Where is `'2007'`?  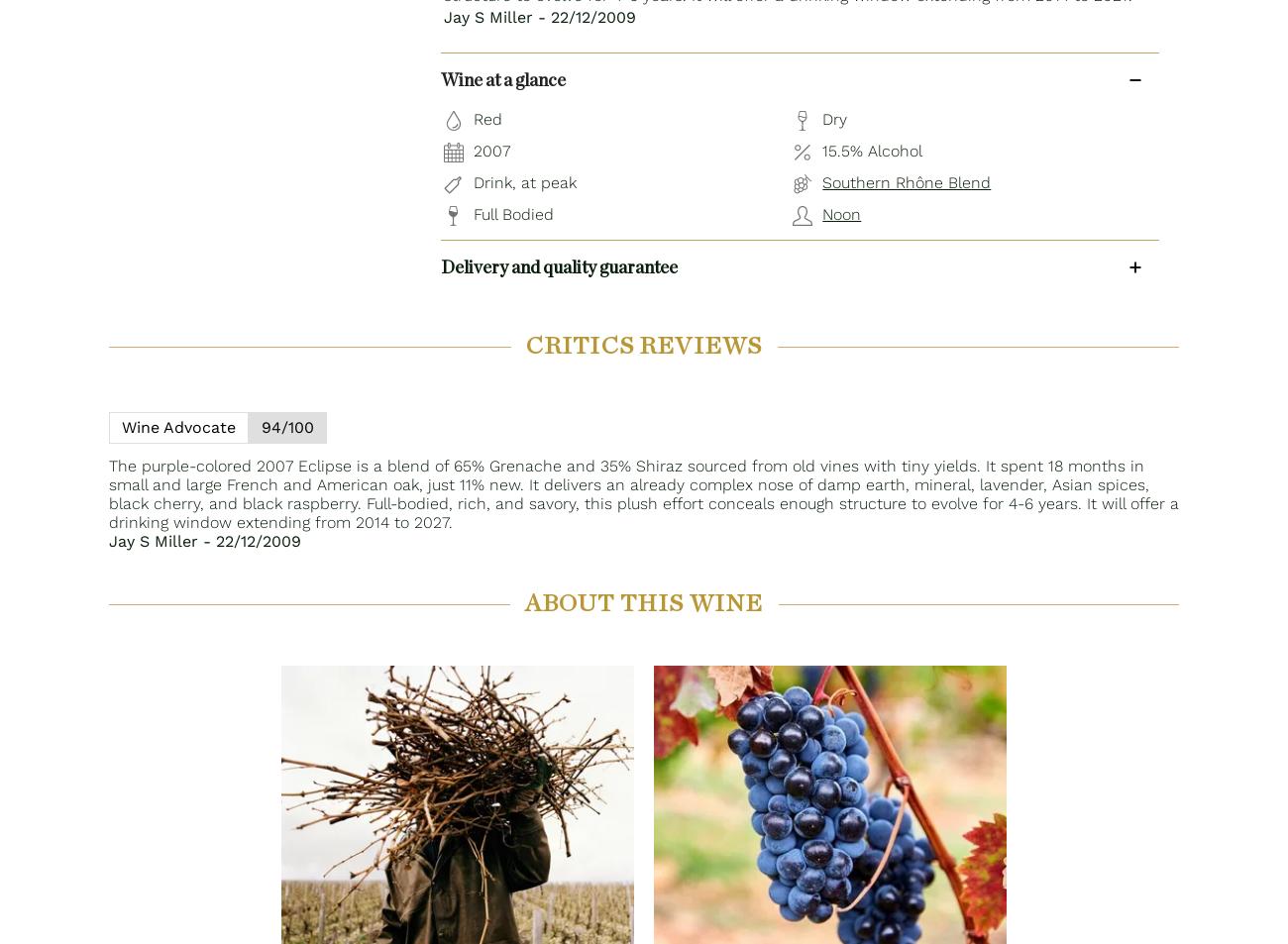 '2007' is located at coordinates (491, 149).